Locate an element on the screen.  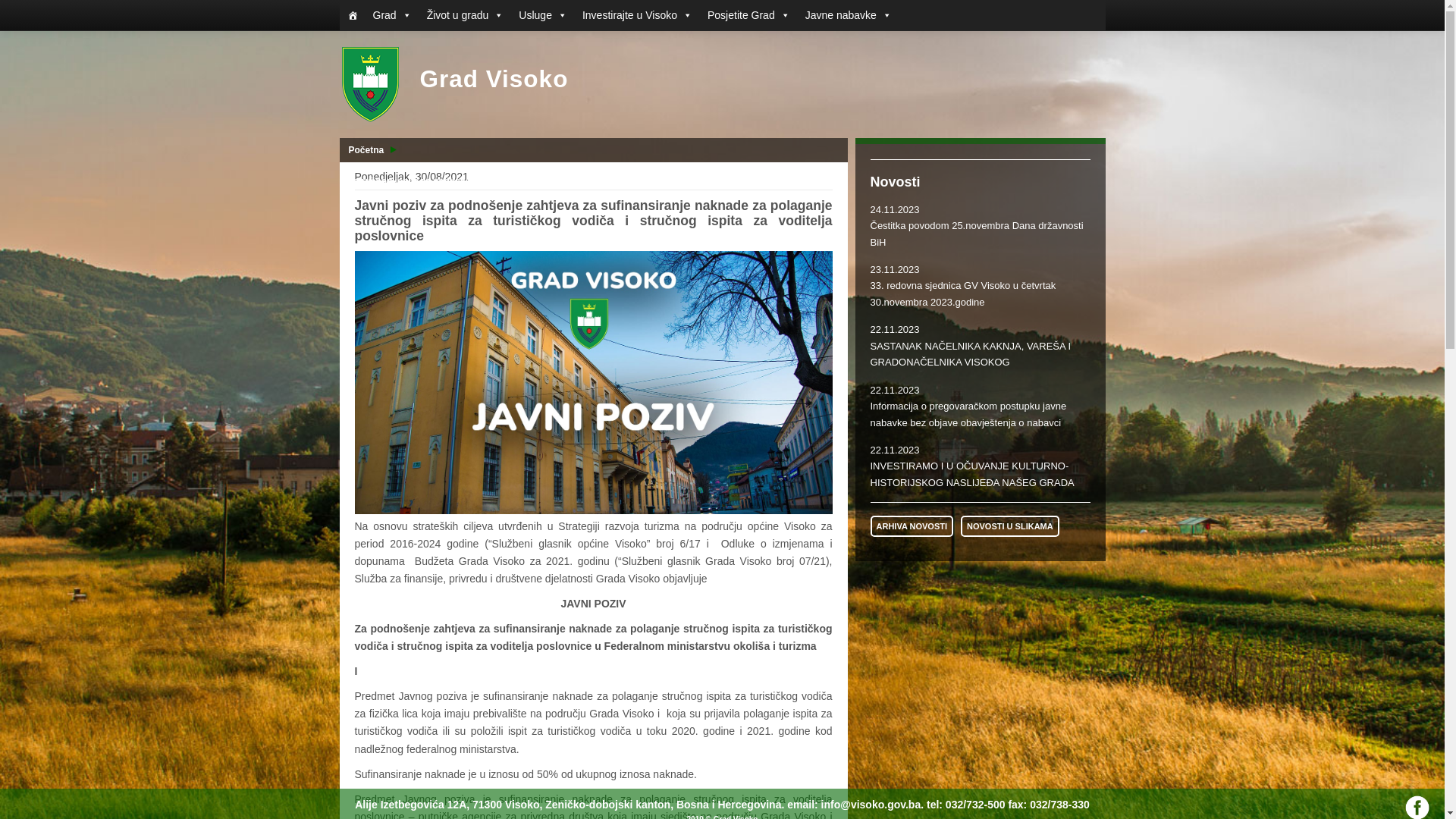
'Grad Visoko' is located at coordinates (453, 83).